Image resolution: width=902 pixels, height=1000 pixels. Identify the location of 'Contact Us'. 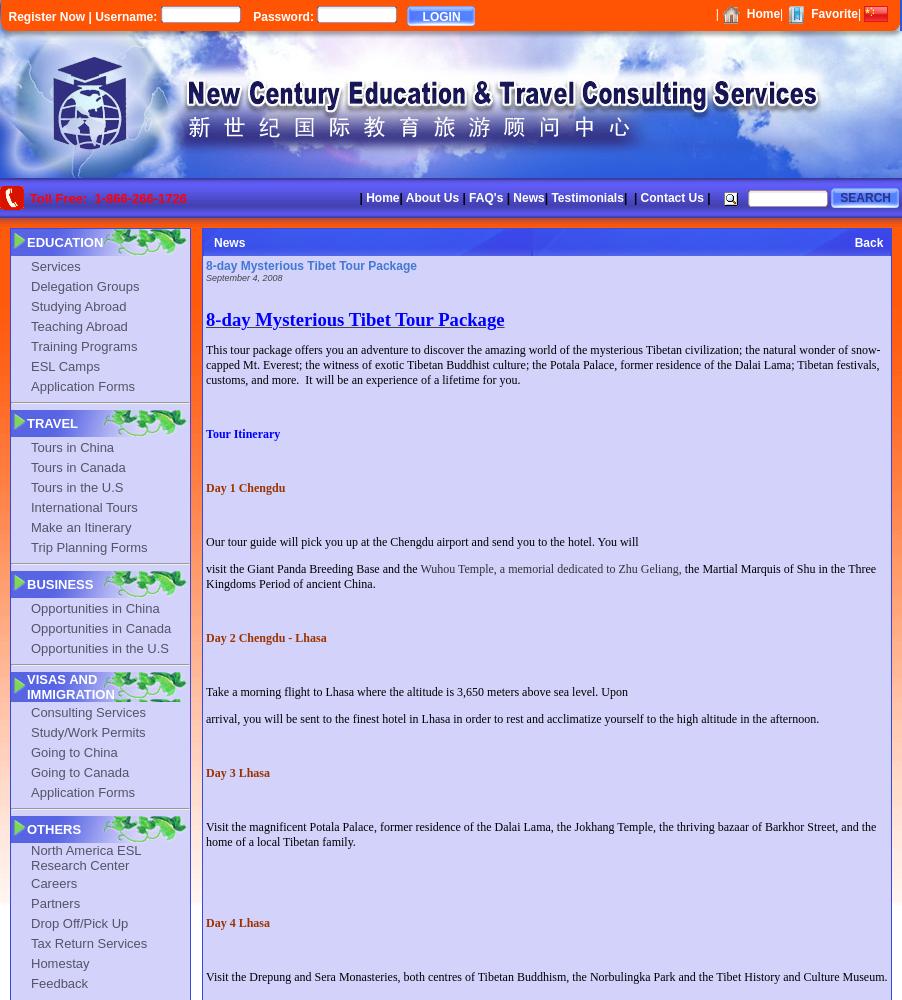
(638, 197).